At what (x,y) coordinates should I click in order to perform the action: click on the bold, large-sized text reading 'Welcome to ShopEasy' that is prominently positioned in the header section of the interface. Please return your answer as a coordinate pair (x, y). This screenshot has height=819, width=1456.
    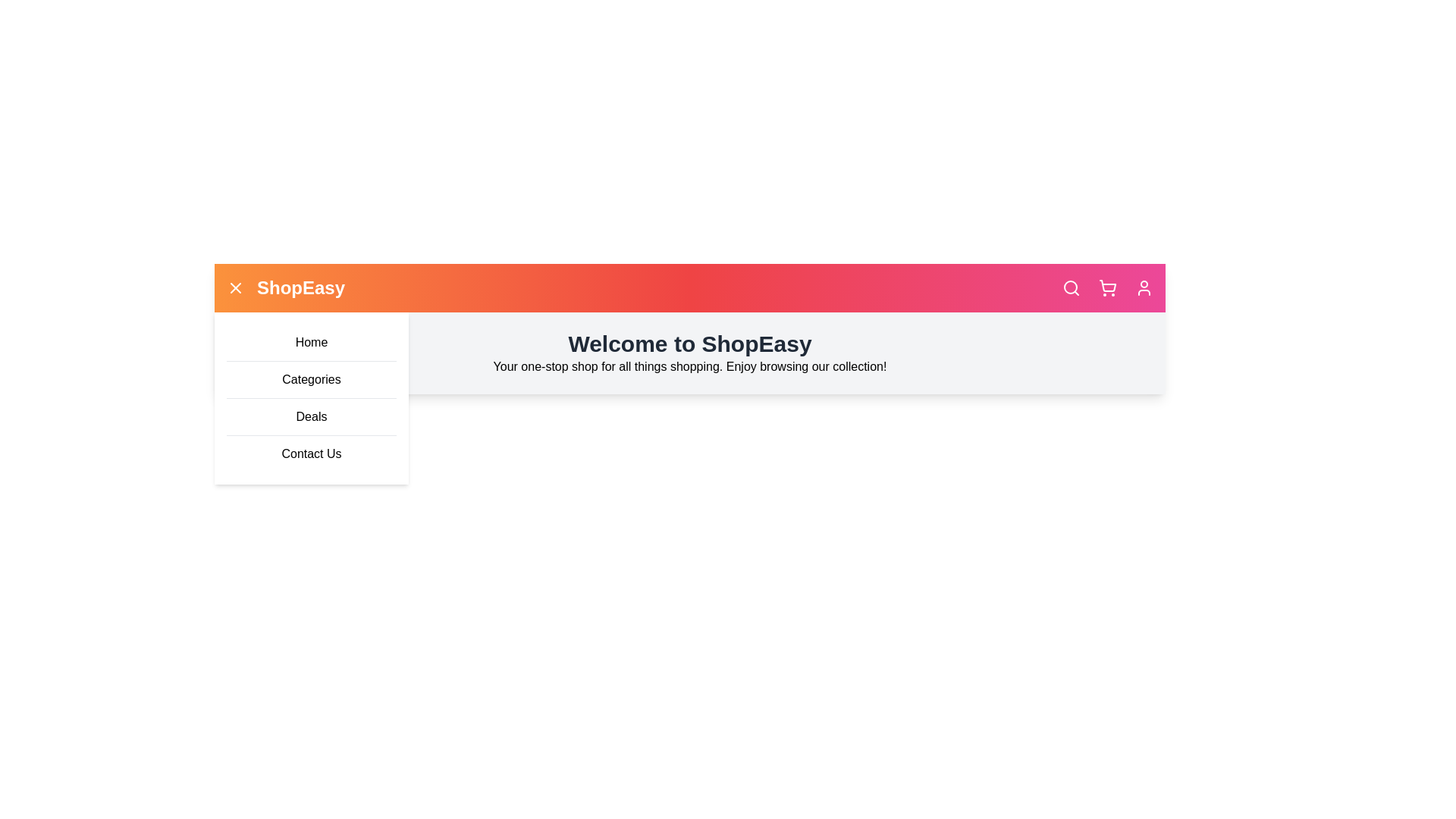
    Looking at the image, I should click on (689, 344).